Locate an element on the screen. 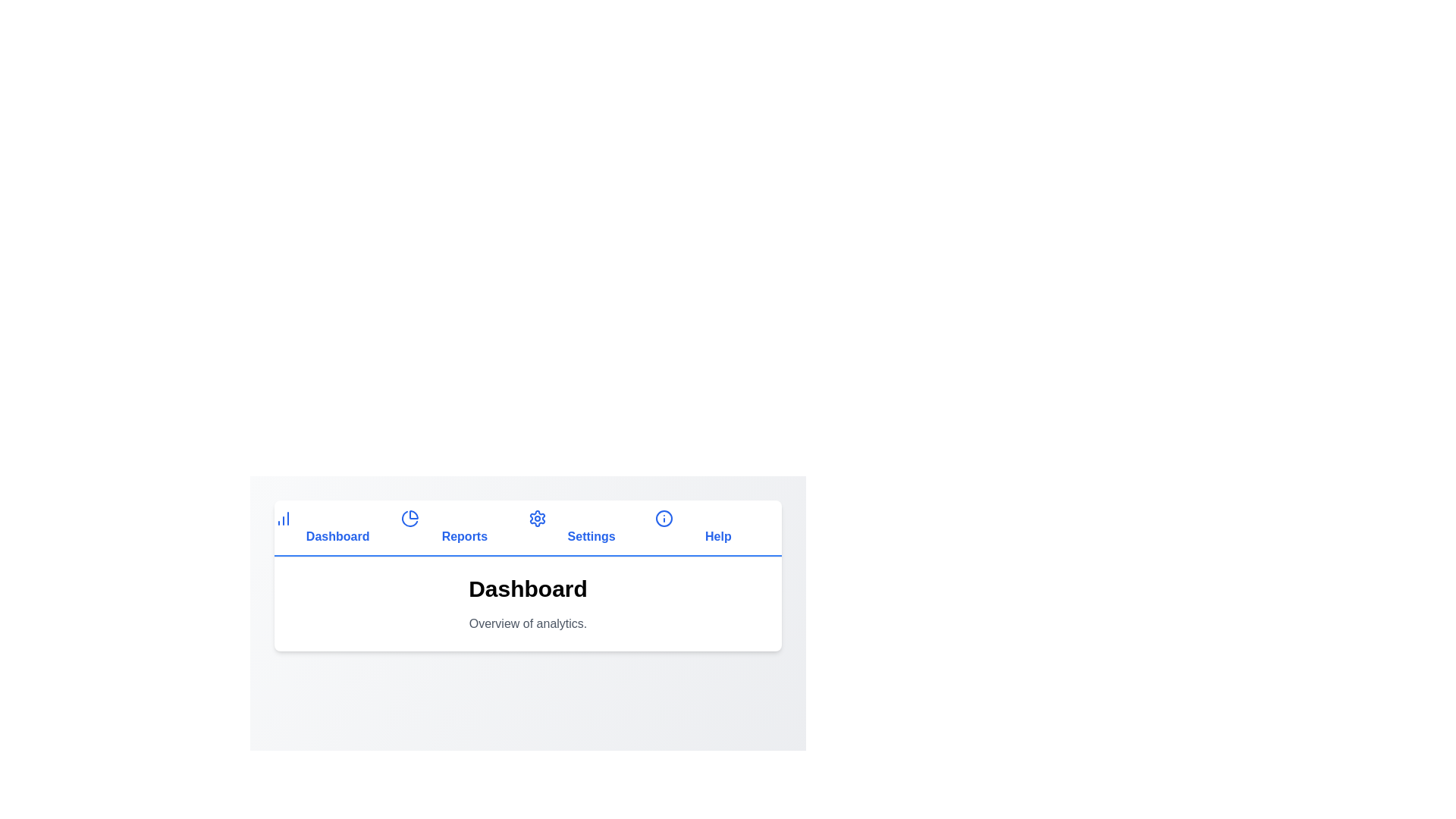  the 'Reports' tab in the tabbed interface is located at coordinates (463, 528).